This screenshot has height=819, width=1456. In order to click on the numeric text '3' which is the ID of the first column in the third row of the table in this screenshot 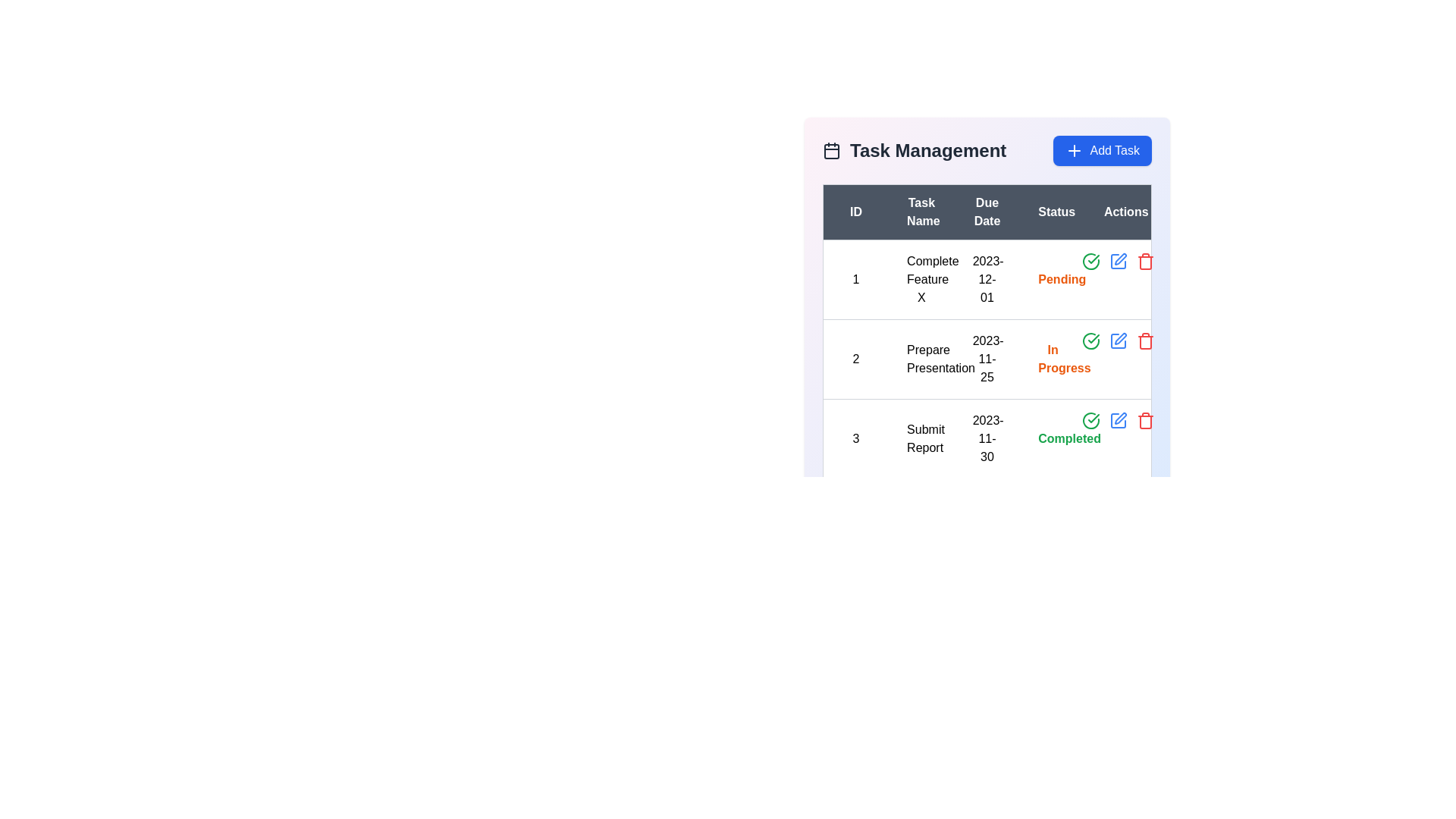, I will do `click(855, 438)`.